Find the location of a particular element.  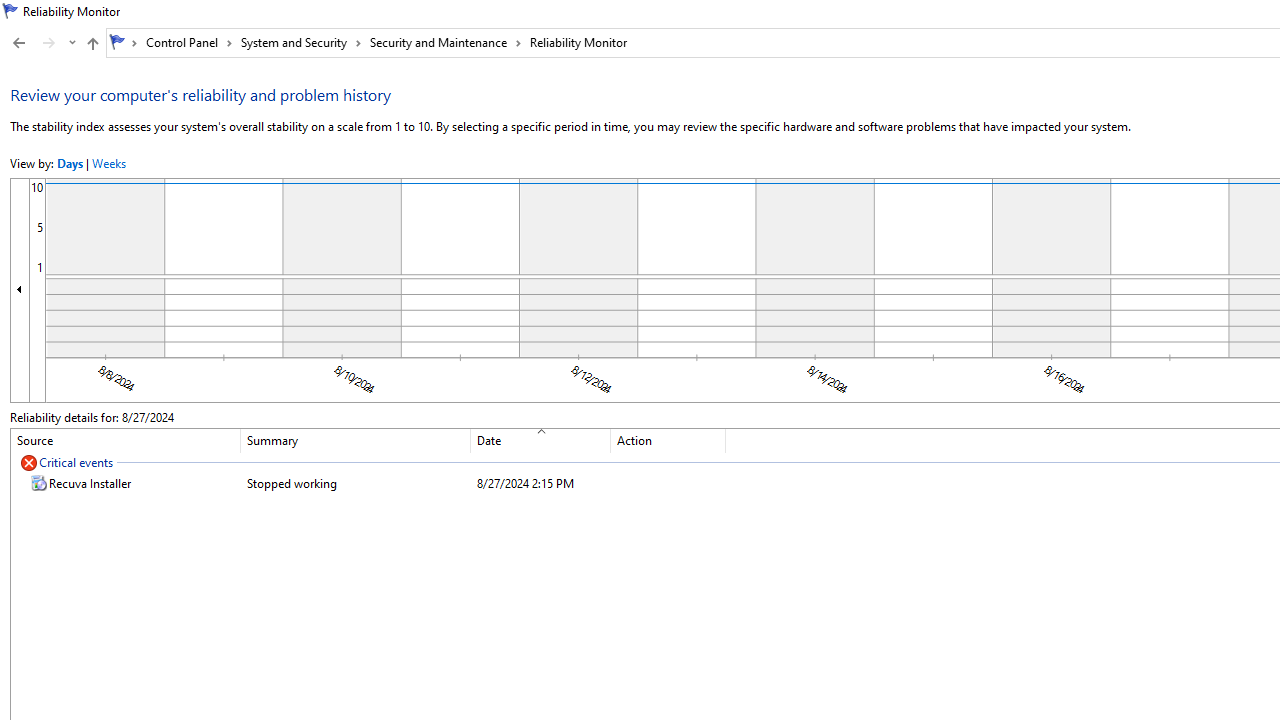

'Back to Security and Maintenance (Alt + Left Arrow)' is located at coordinates (19, 43).